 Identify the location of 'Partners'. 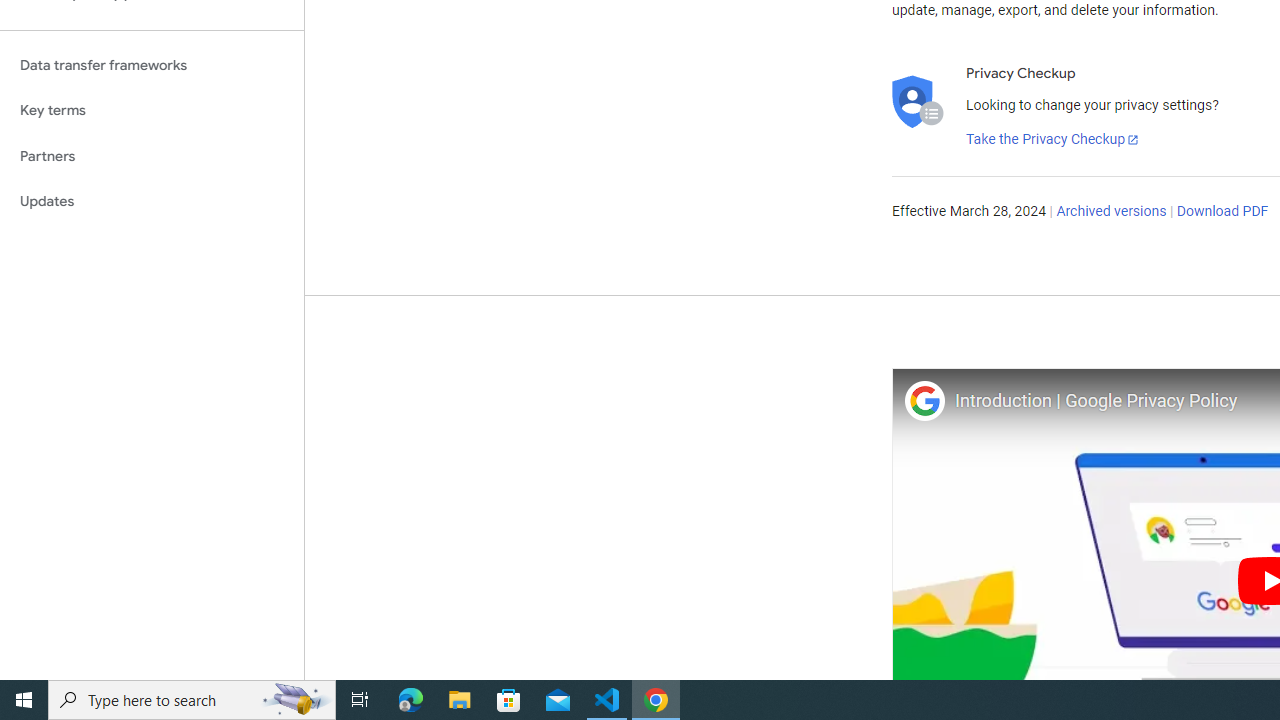
(151, 155).